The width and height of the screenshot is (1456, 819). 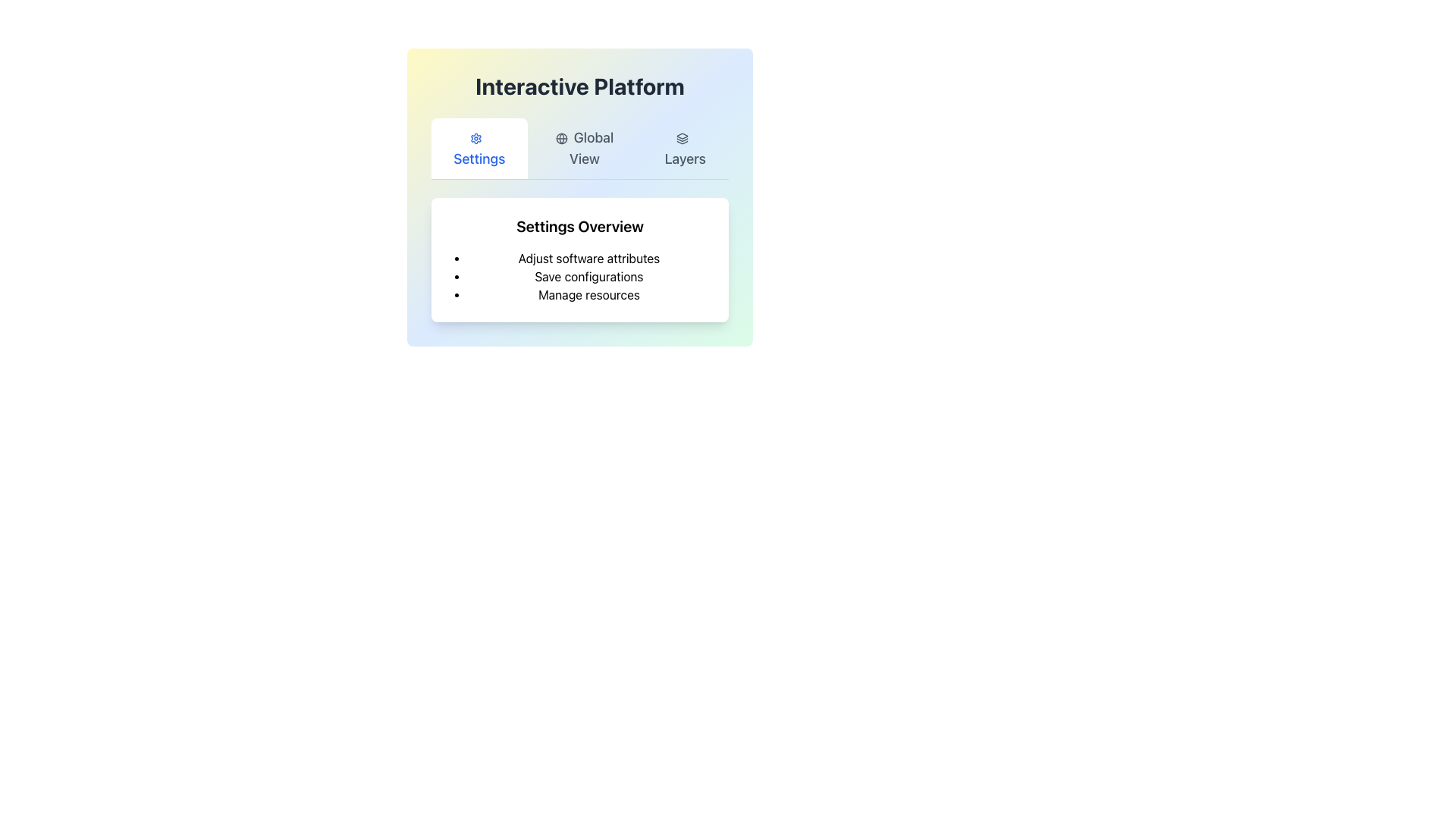 What do you see at coordinates (684, 149) in the screenshot?
I see `the 'Layers' button, which is the third button in a row of navigation buttons` at bounding box center [684, 149].